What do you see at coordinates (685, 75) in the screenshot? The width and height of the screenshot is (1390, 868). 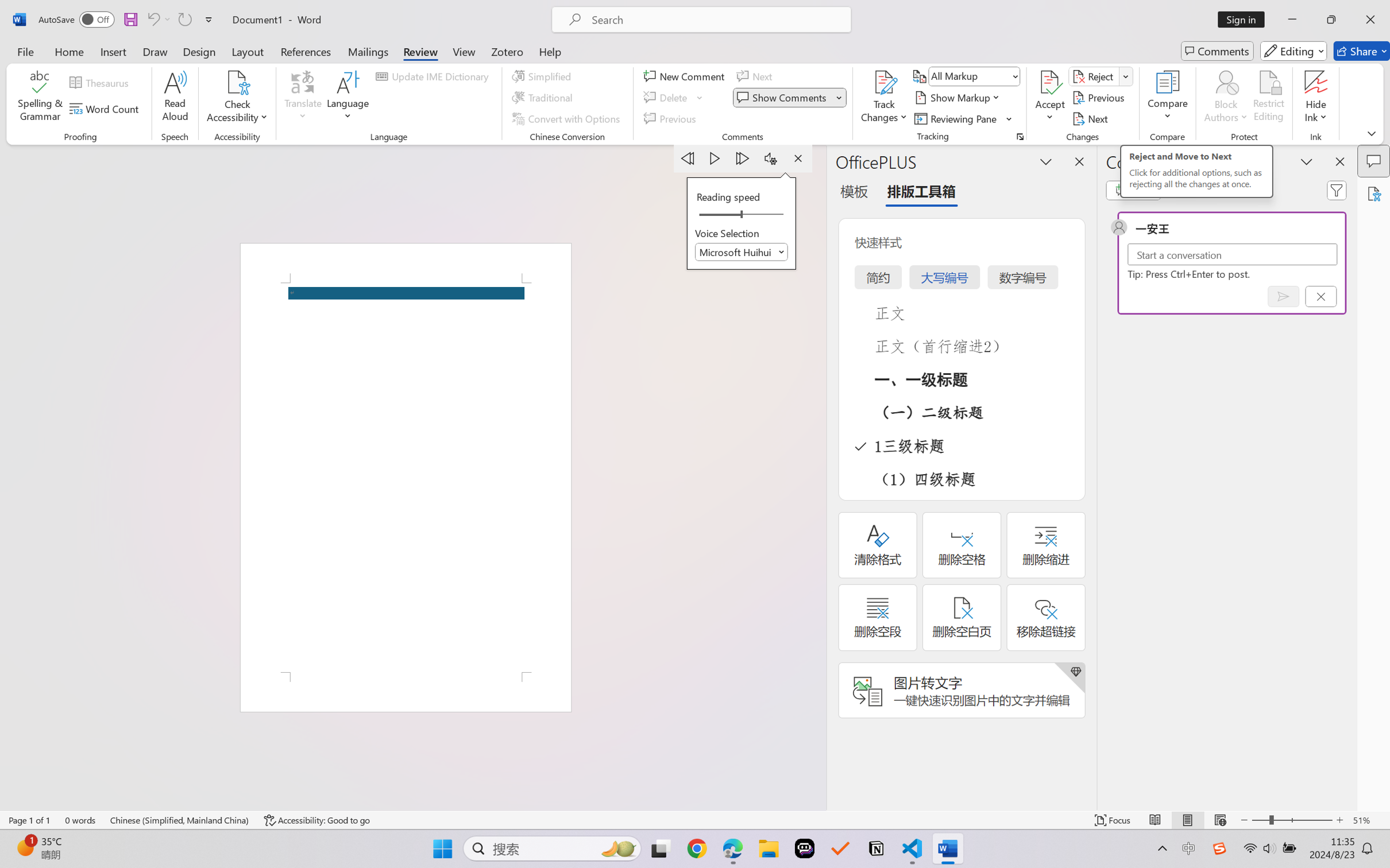 I see `'New Comment'` at bounding box center [685, 75].